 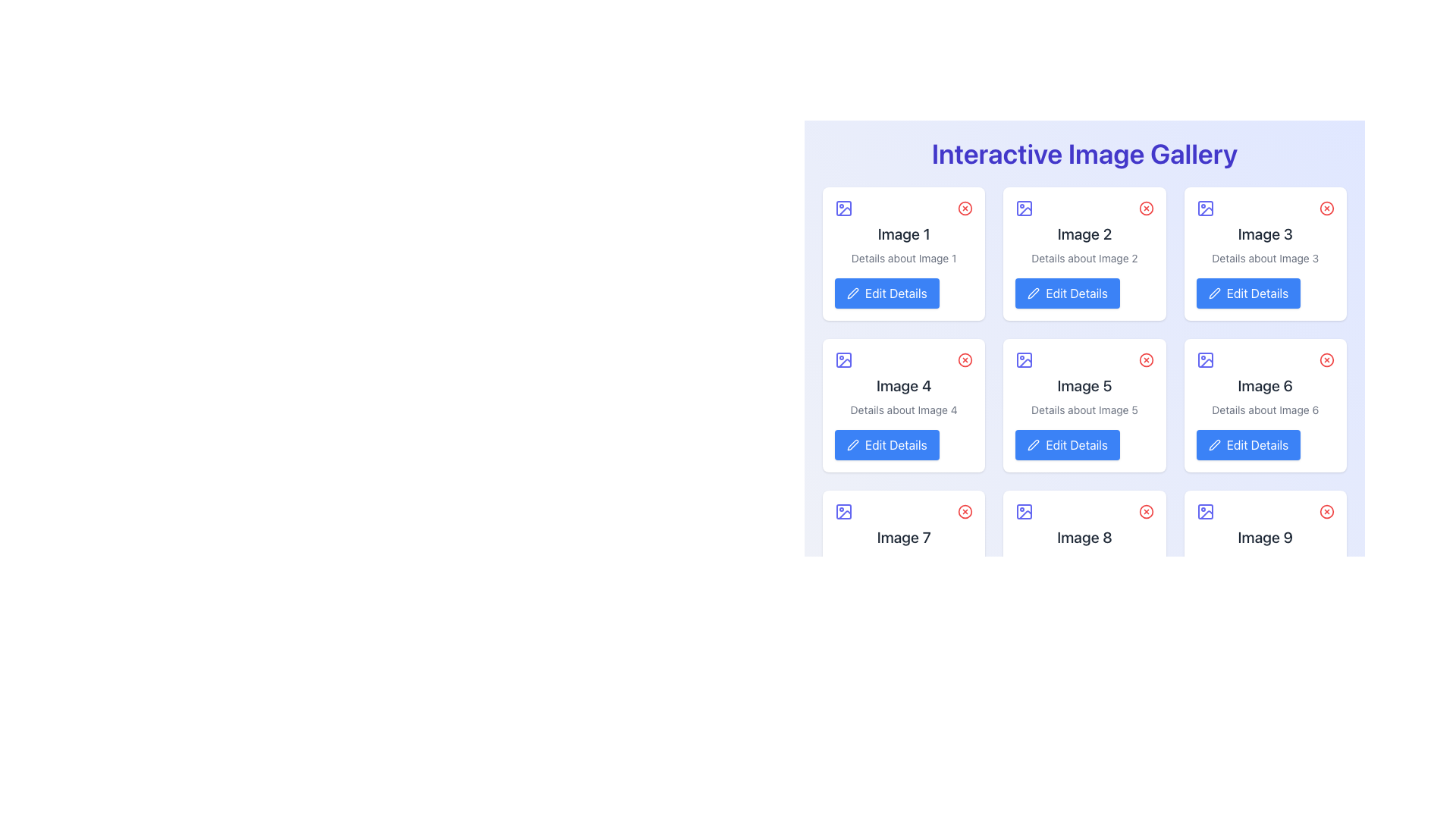 What do you see at coordinates (964, 359) in the screenshot?
I see `the removal button located in the top-right corner of the 'Image 4' box` at bounding box center [964, 359].